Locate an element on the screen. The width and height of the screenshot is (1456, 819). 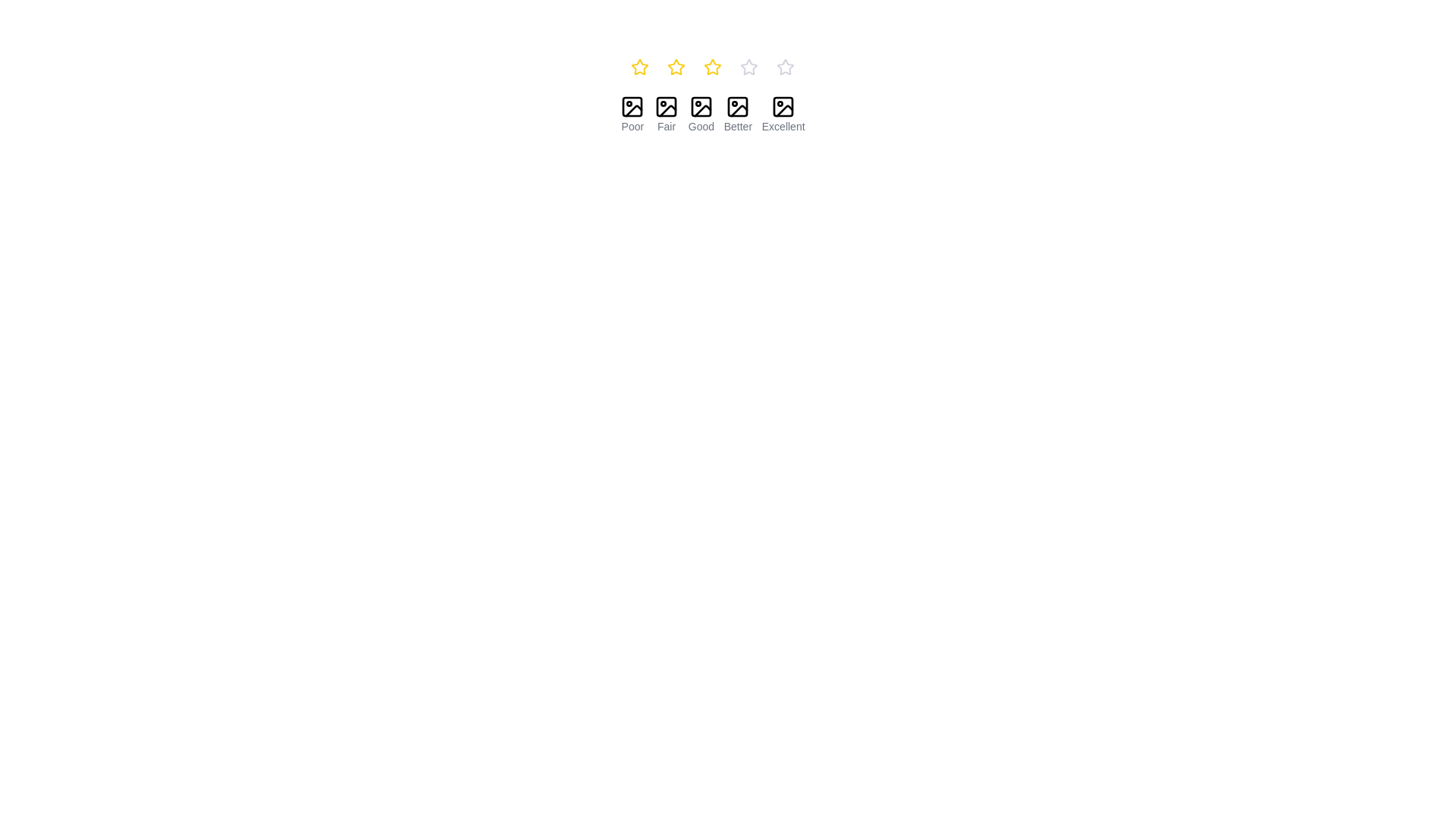
the hollow star icon, which is the fourth star in a row of five is located at coordinates (749, 66).